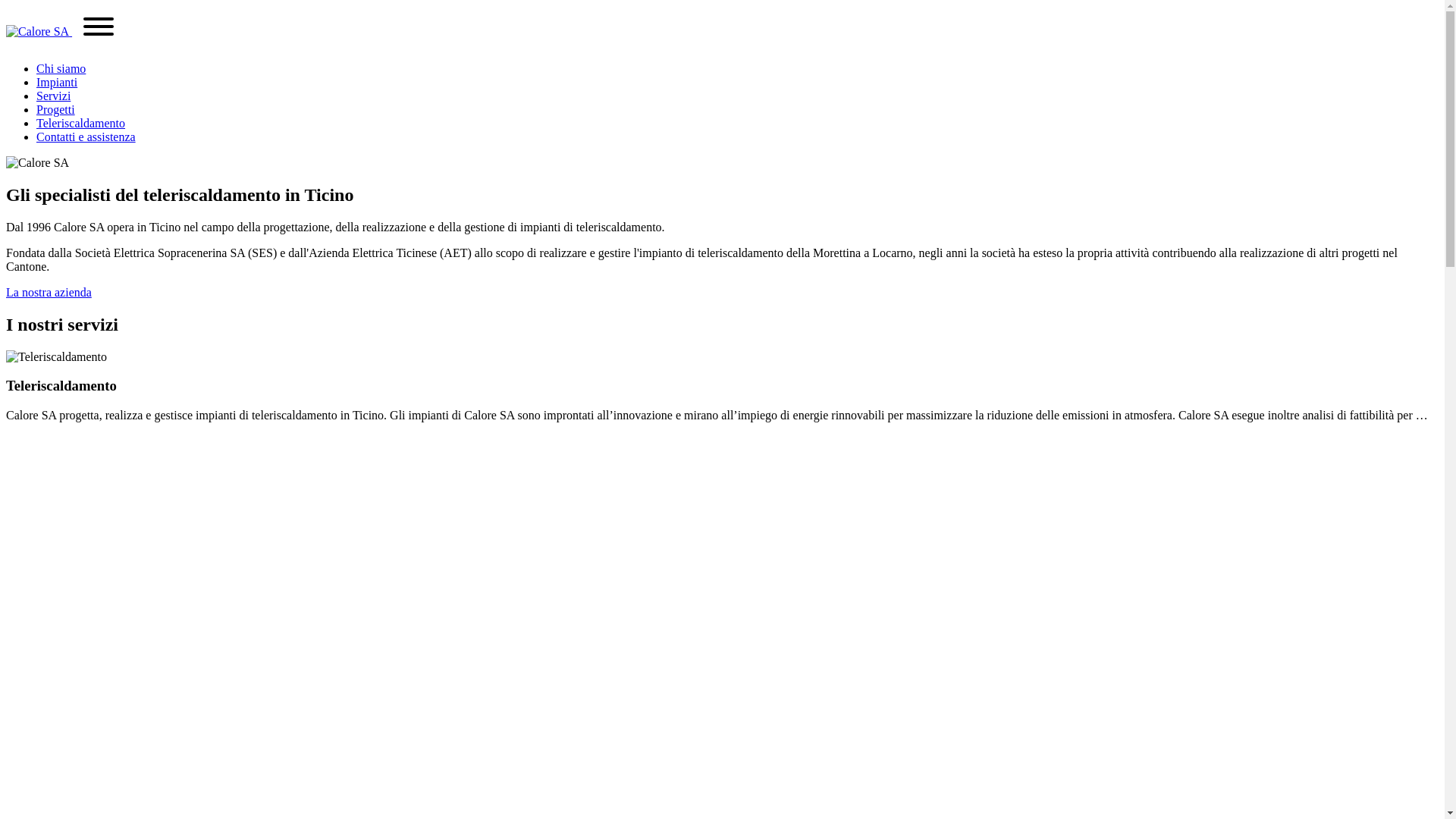 This screenshot has width=1456, height=819. What do you see at coordinates (36, 82) in the screenshot?
I see `'Impianti'` at bounding box center [36, 82].